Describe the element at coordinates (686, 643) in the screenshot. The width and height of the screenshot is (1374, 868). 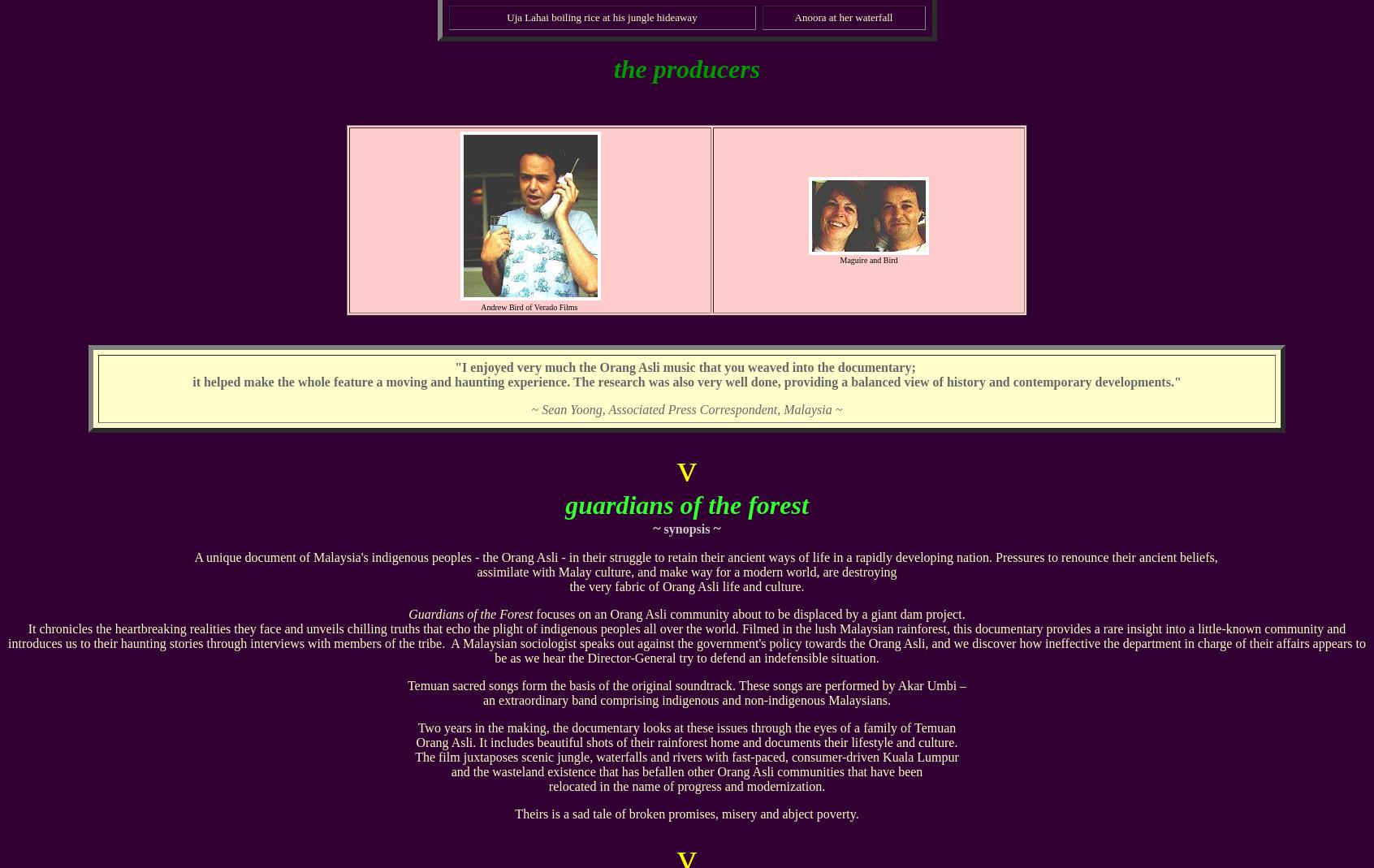
I see `'It chronicles the heartbreaking realities they
face and unveils chilling truths that echo the plight of indigenous peoples
all over the world. Filmed in the lush Malaysian rainforest, this documentary
provides a rare insight into a little-known community and introduces us
to their haunting stories through interviews with members of the tribe. 
A Malaysian sociologist speaks out against the government's policy towards
the Orang Asli, and we discover how ineffective the department in charge
of their affairs appears to be as we hear the Director-General try to defend
an indefensible situation.'` at that location.